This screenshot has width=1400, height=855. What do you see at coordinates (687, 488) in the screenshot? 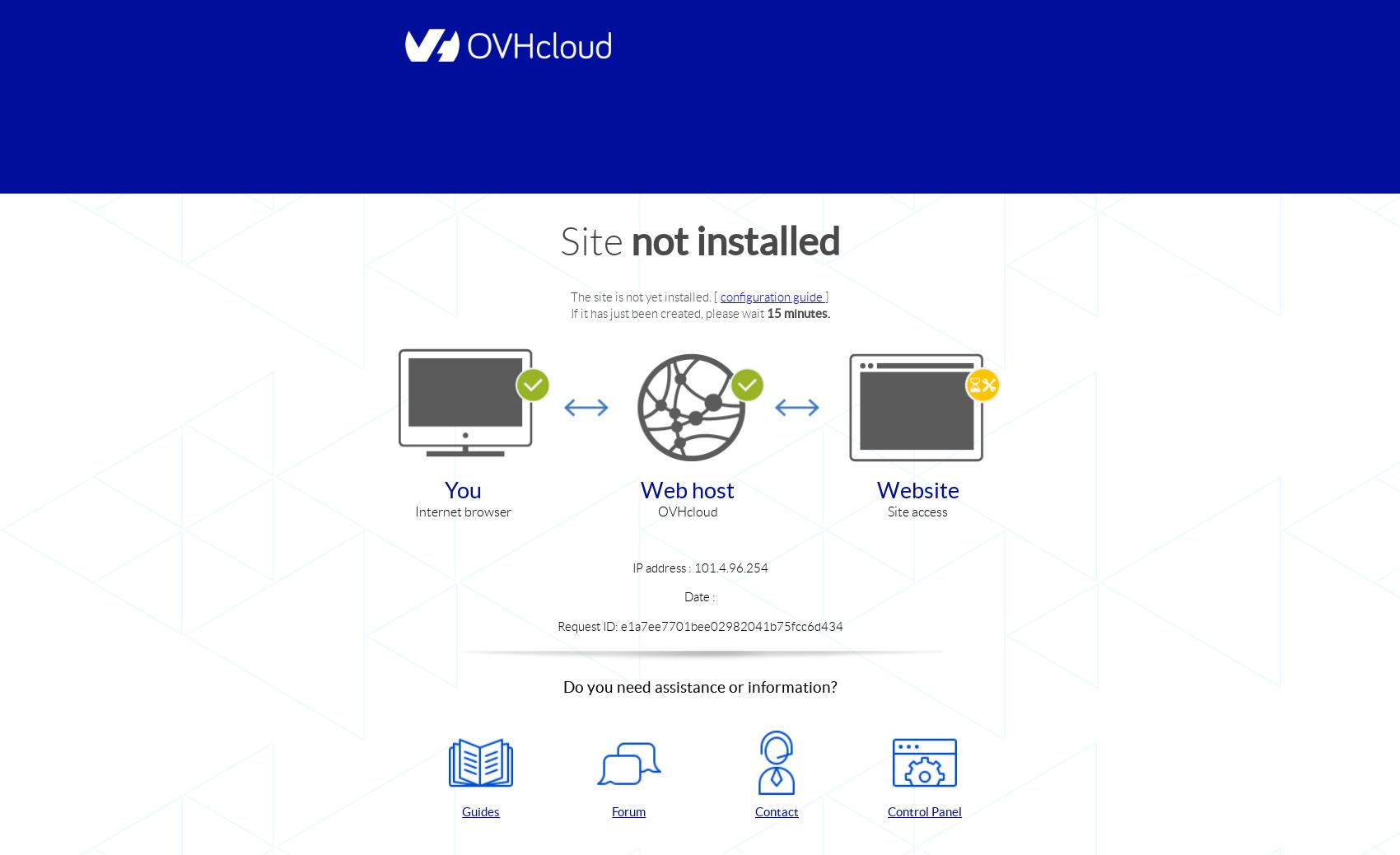
I see `'Web host'` at bounding box center [687, 488].